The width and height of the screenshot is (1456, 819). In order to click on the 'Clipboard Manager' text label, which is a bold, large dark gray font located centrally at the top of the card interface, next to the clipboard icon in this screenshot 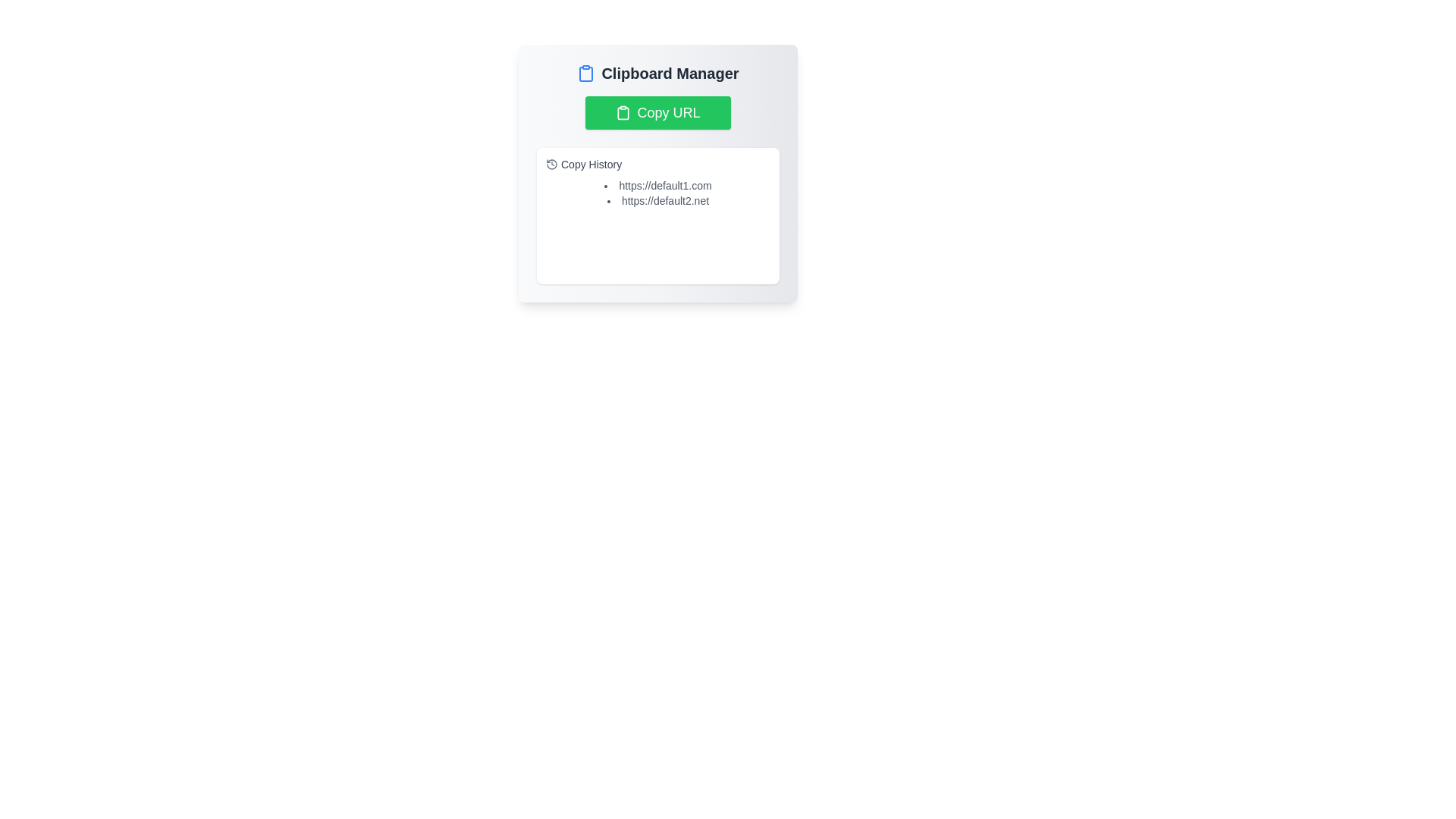, I will do `click(669, 73)`.